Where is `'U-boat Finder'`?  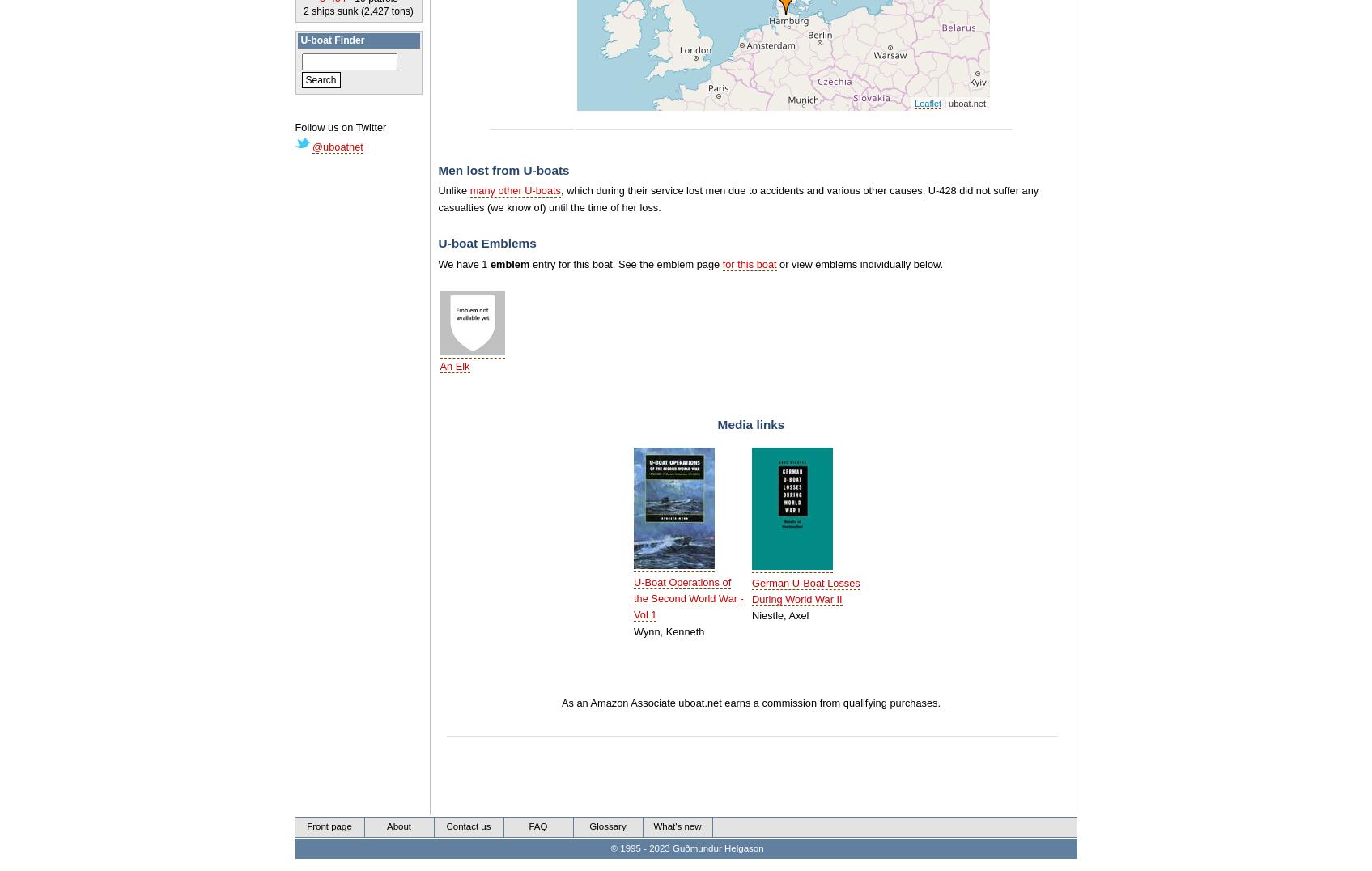 'U-boat Finder' is located at coordinates (332, 40).